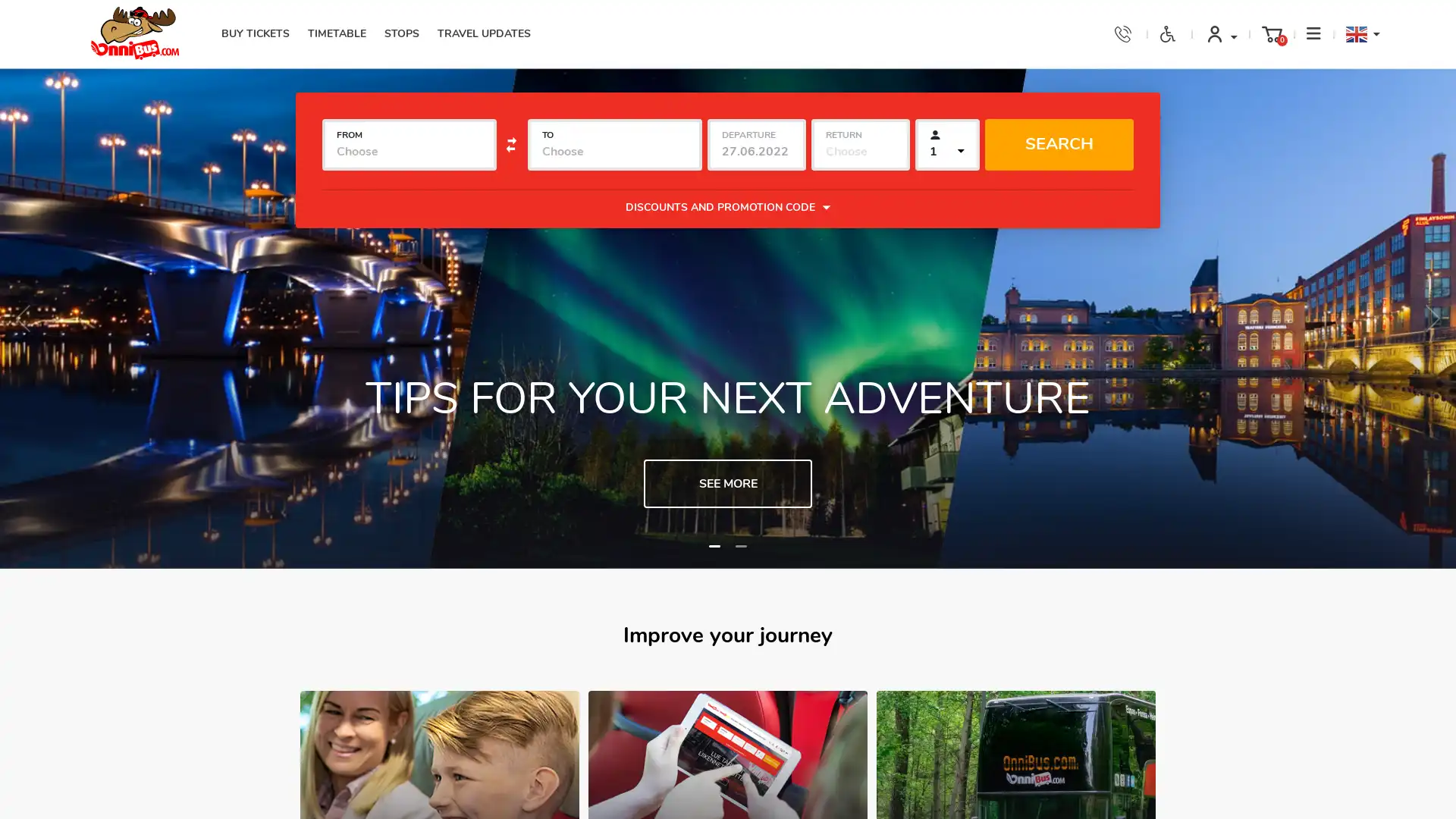 Image resolution: width=1456 pixels, height=819 pixels. I want to click on Swap cities, so click(511, 144).